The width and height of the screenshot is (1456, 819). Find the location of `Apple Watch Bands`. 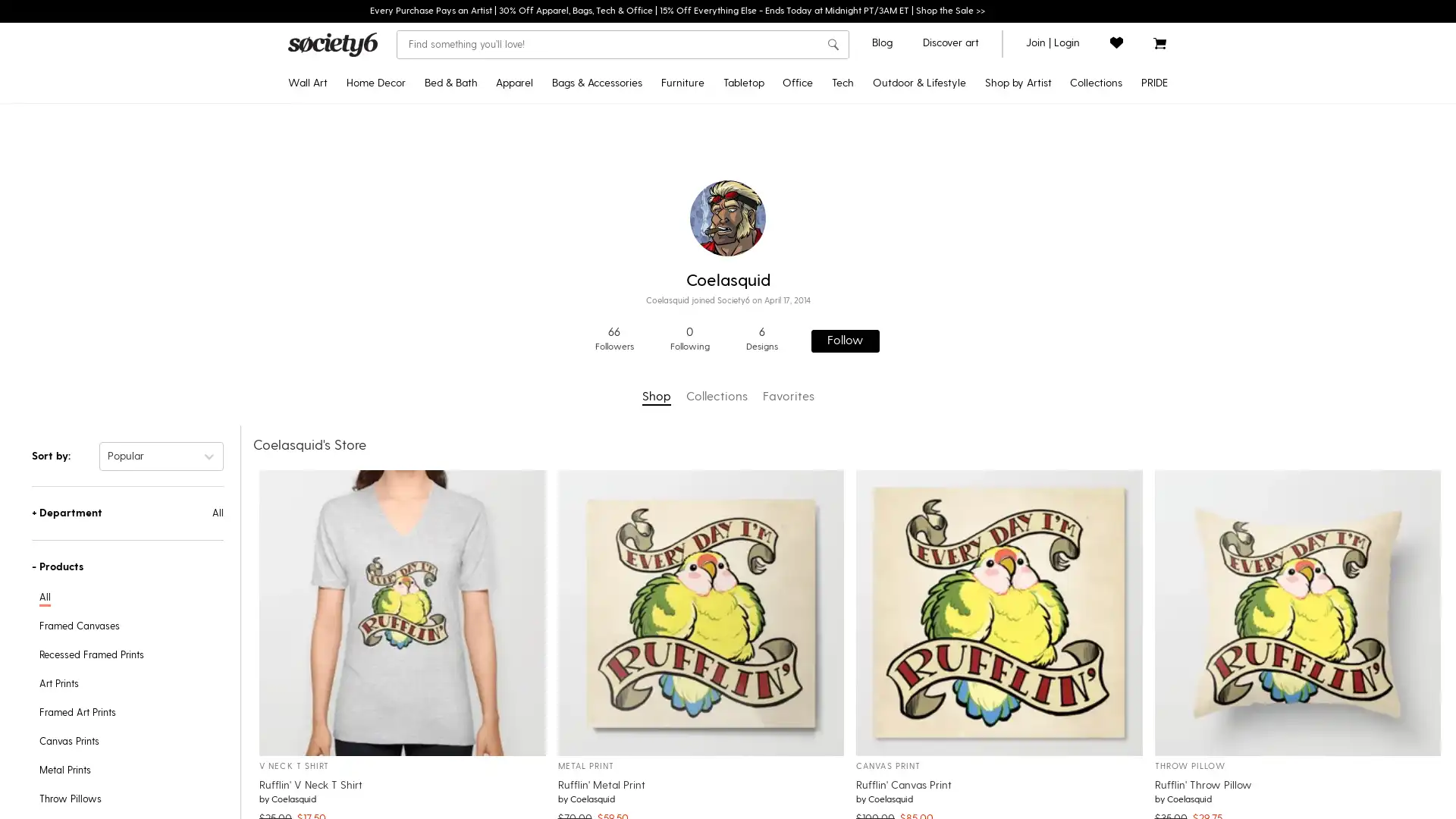

Apple Watch Bands is located at coordinates (896, 292).